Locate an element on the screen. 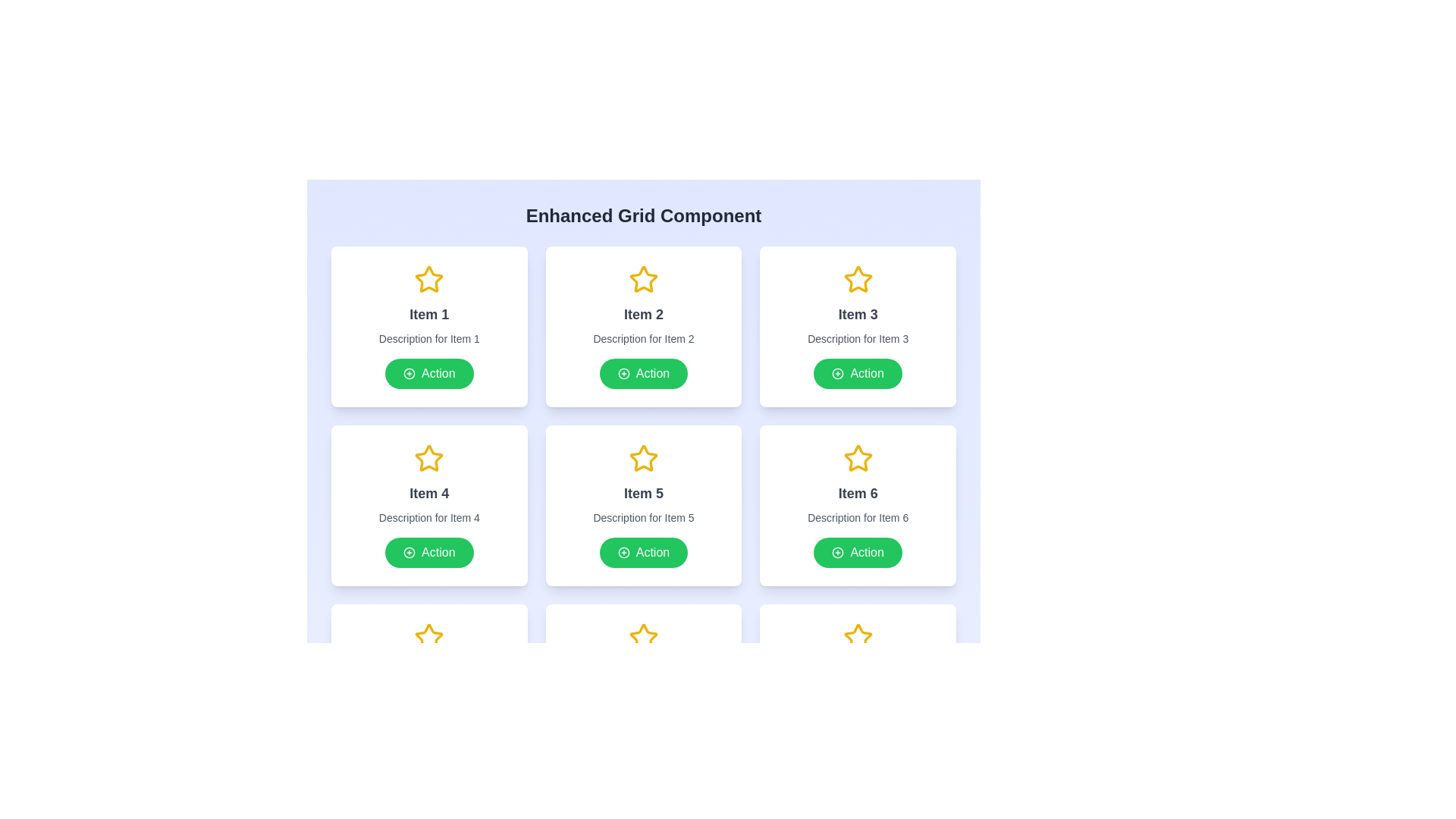  the text label stating 'Description for Item 3', which is located in the third card from the left in the first row of a grid layout, and is the second text element below the card's title 'Item 3' is located at coordinates (858, 338).